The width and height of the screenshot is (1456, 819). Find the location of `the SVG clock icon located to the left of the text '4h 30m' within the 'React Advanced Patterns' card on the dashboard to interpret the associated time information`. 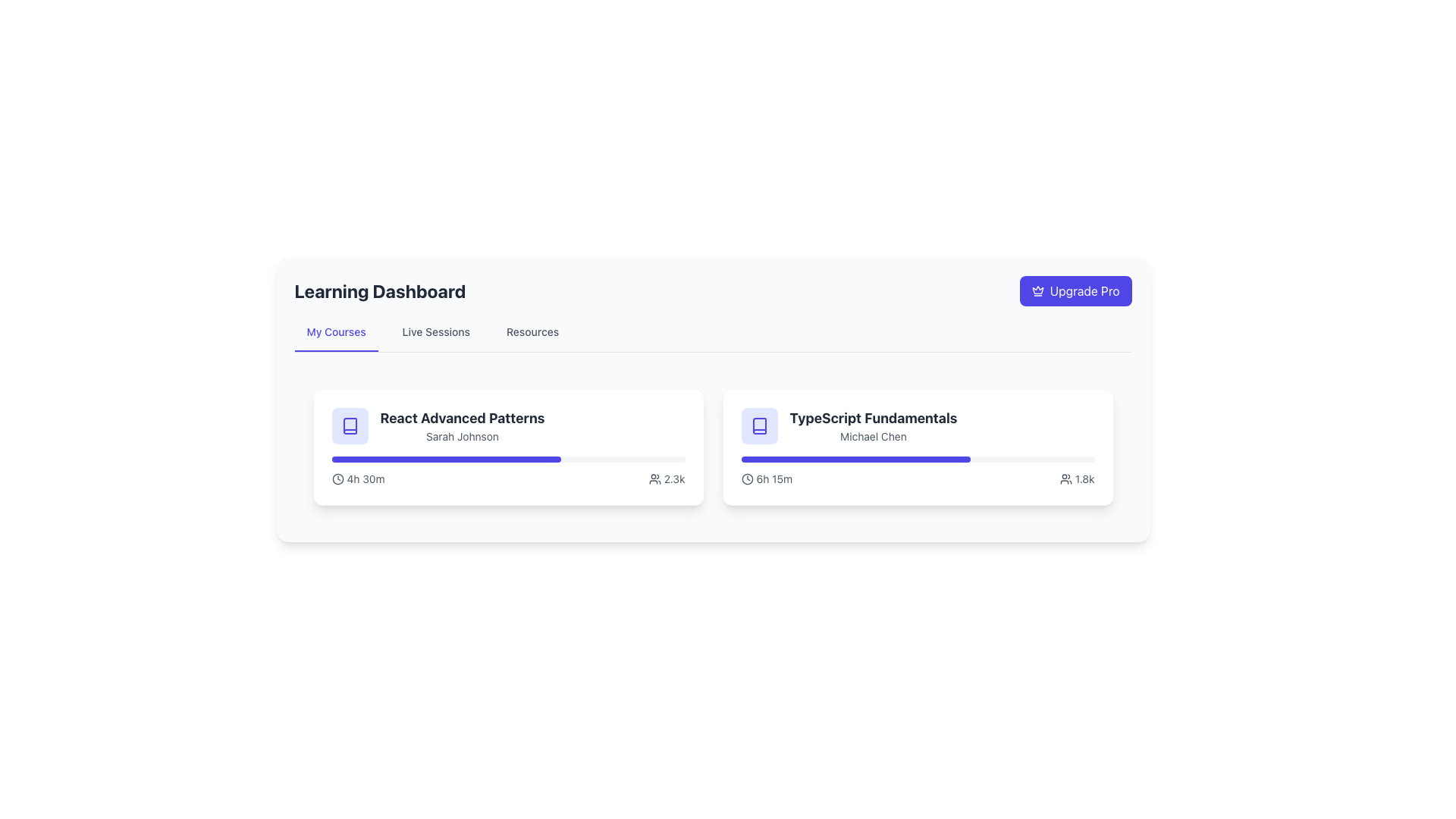

the SVG clock icon located to the left of the text '4h 30m' within the 'React Advanced Patterns' card on the dashboard to interpret the associated time information is located at coordinates (337, 479).